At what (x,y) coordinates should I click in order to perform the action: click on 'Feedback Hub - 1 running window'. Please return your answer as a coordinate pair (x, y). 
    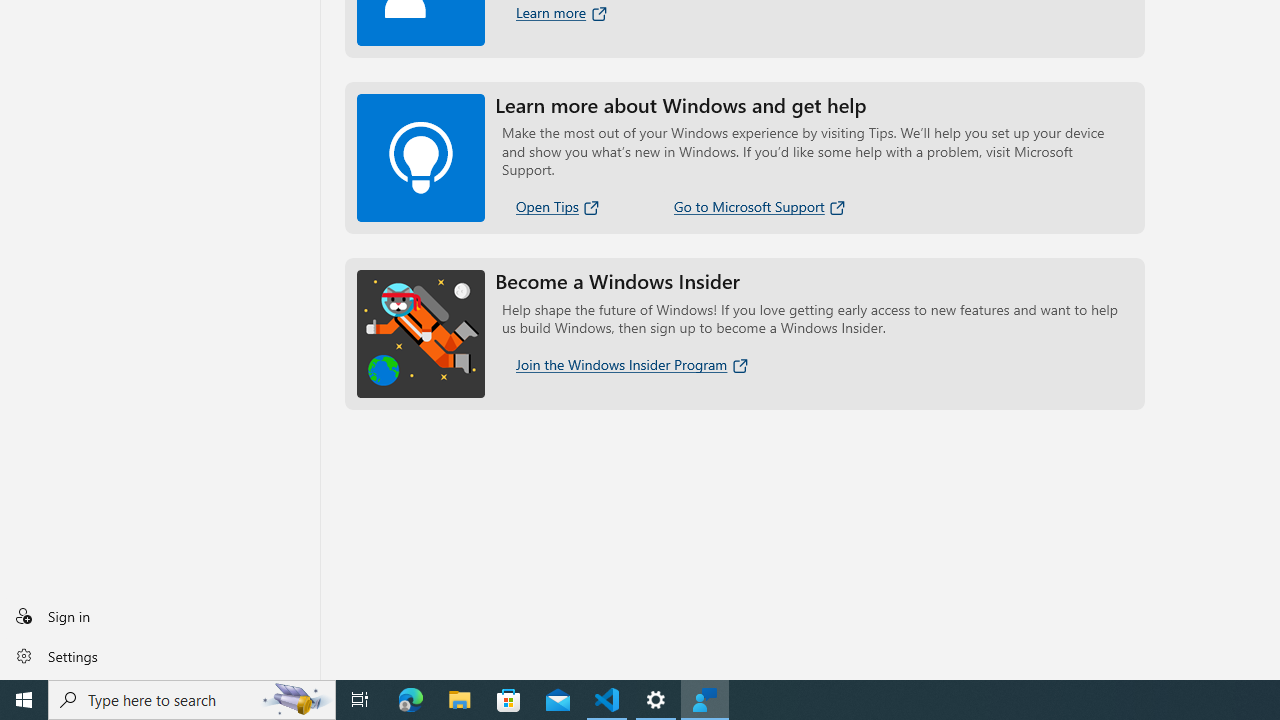
    Looking at the image, I should click on (705, 698).